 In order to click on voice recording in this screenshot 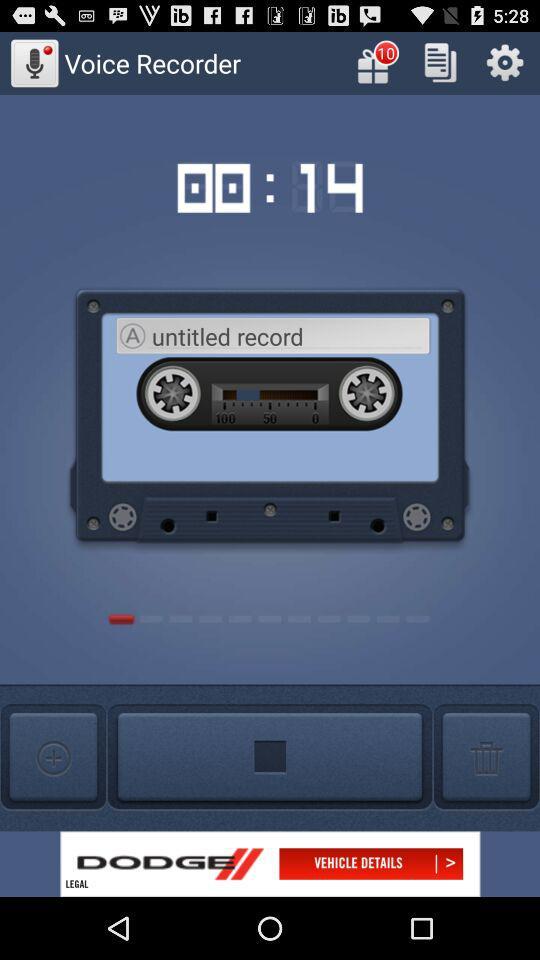, I will do `click(53, 756)`.